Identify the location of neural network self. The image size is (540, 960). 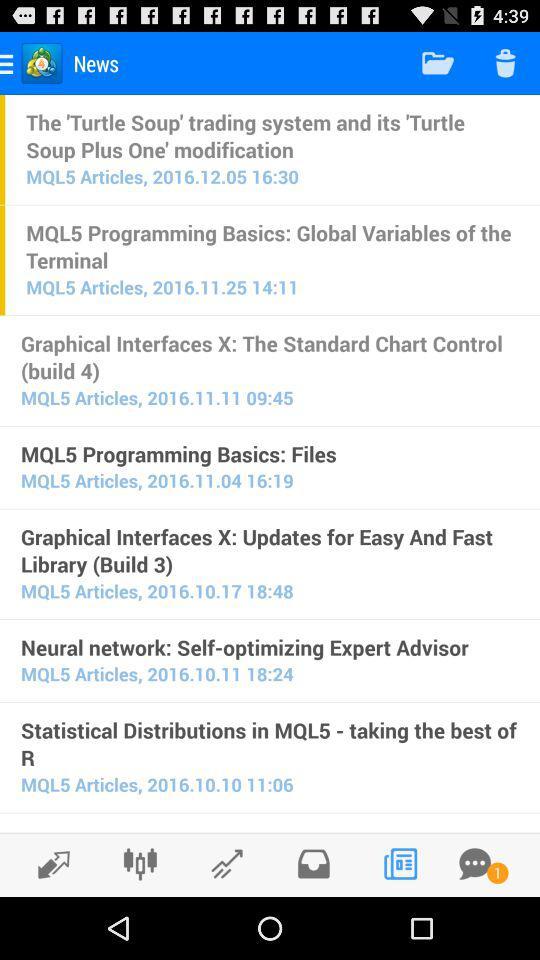
(270, 646).